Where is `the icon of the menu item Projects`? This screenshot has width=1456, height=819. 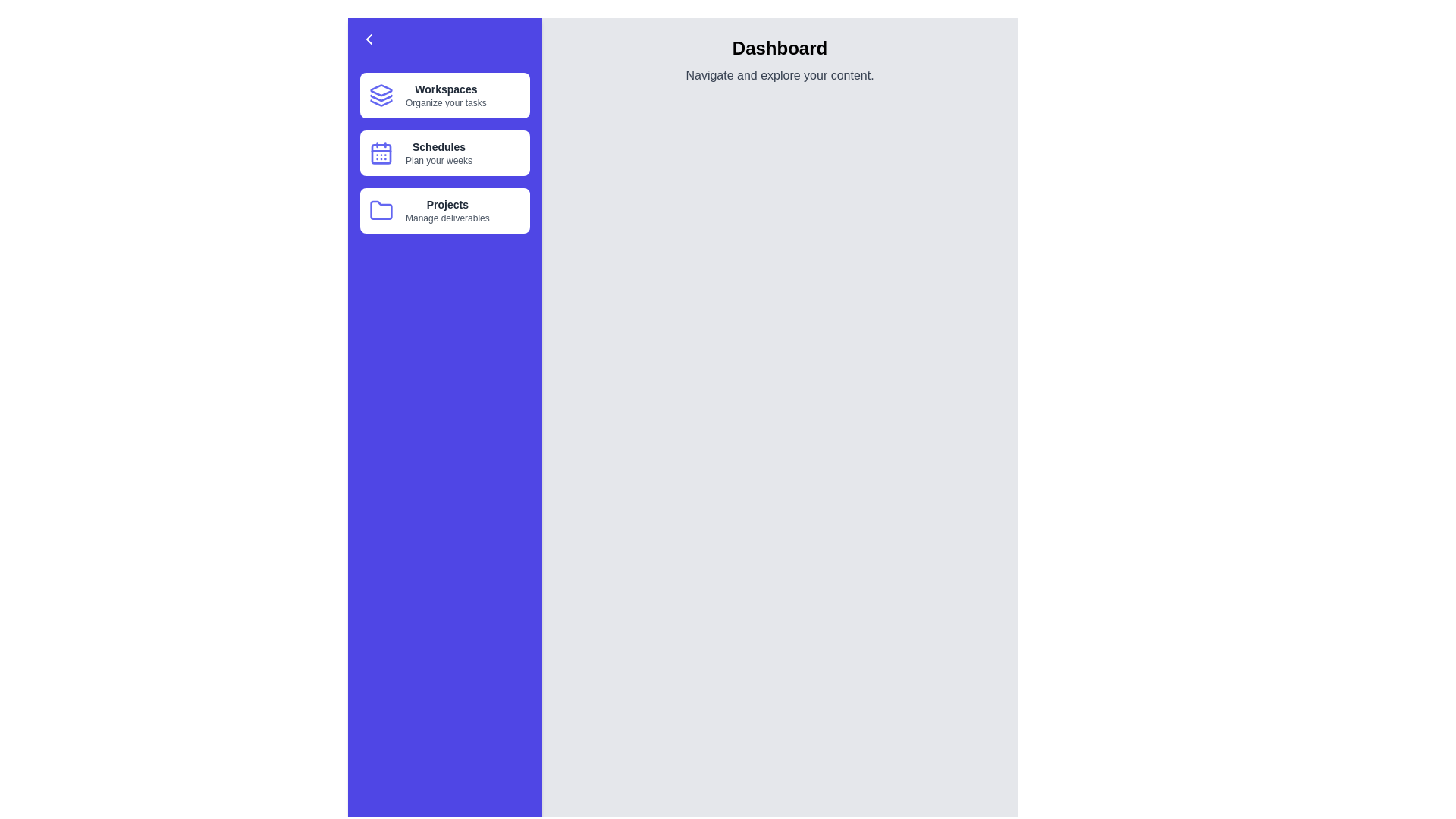 the icon of the menu item Projects is located at coordinates (381, 210).